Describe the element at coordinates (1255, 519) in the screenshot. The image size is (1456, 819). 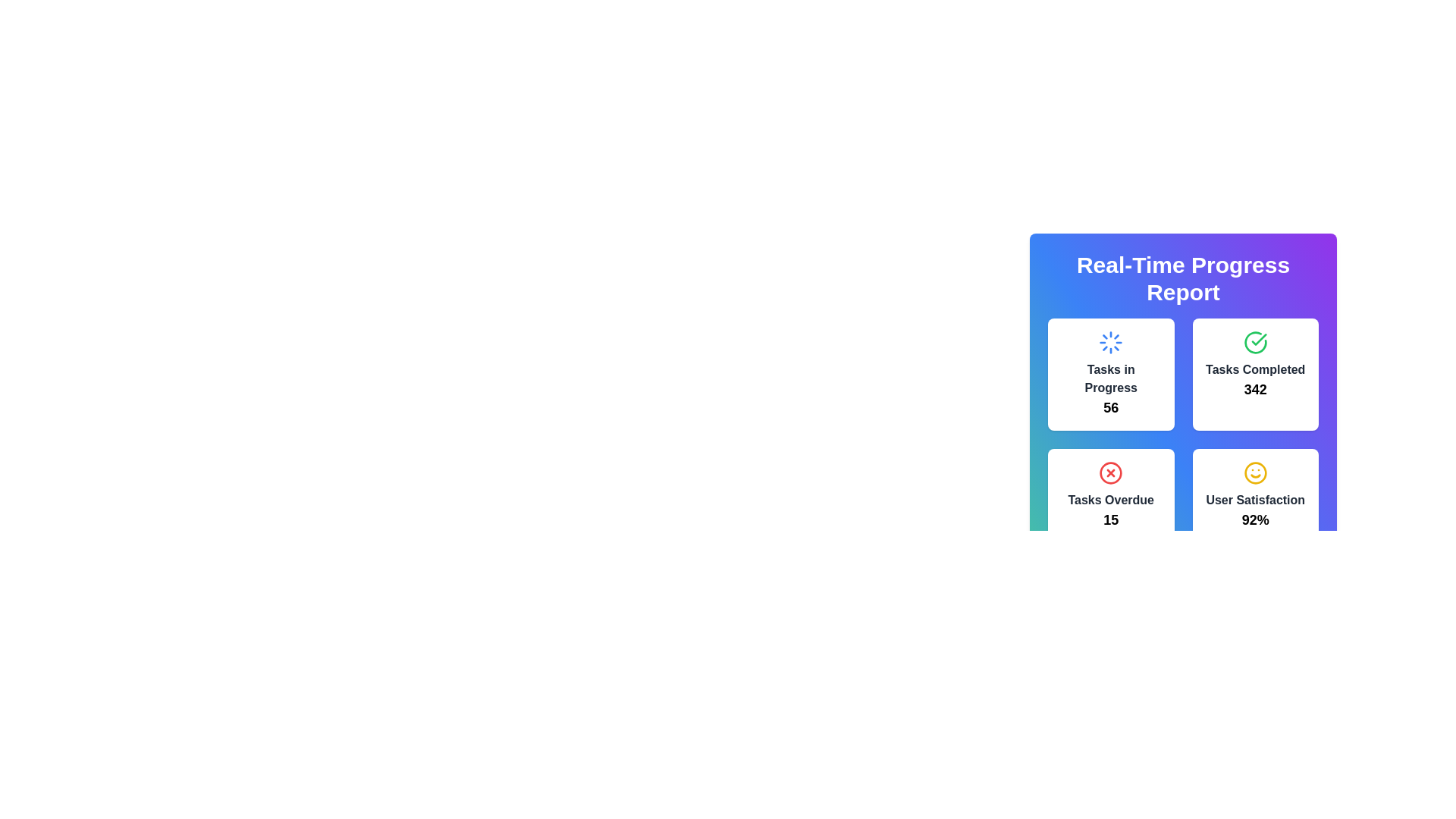
I see `the '92%' text indicating user satisfaction percentage located at the bottom of the bottom-right card in a 2x2 grid layout` at that location.